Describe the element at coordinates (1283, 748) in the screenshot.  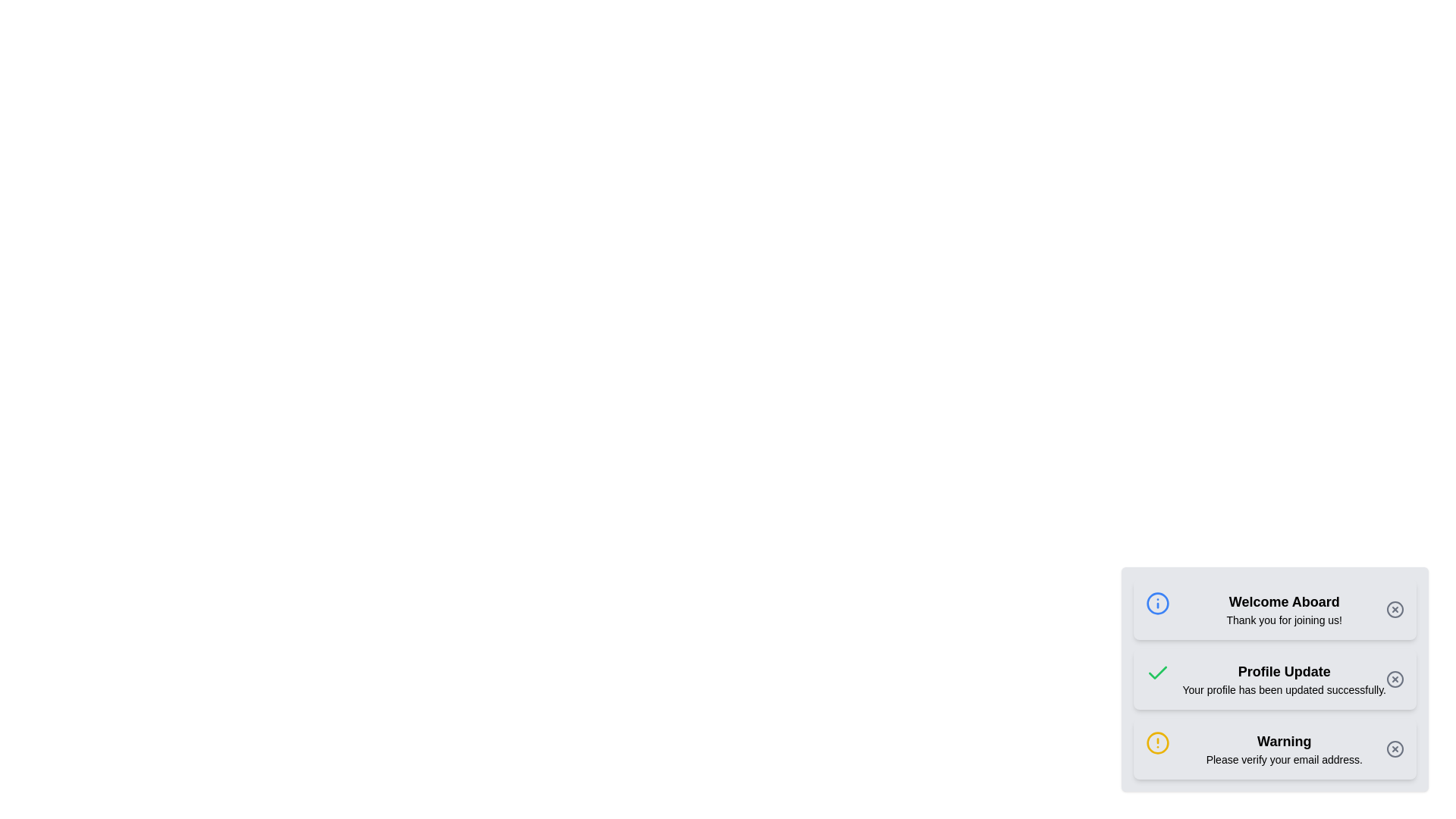
I see `and comprehend the warning message displayed in the third notification card, which includes the bold text 'Warning' and the smaller text 'Please verify your email address.'` at that location.